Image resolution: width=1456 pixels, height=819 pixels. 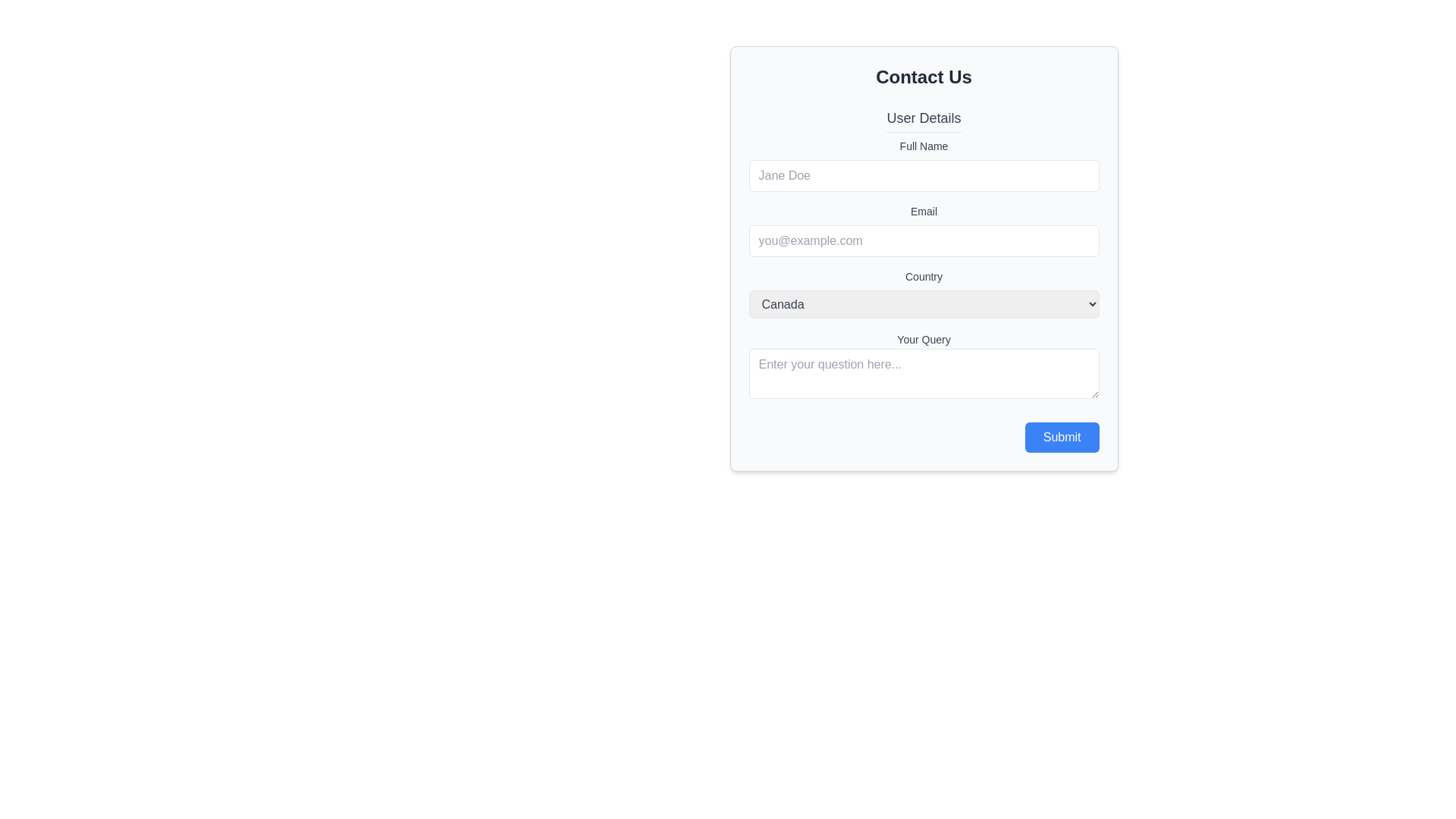 What do you see at coordinates (923, 119) in the screenshot?
I see `the 'User Details' text block, which is a bold, medium-sized gray font header located at the top center of the section, visually separating it from the content below` at bounding box center [923, 119].